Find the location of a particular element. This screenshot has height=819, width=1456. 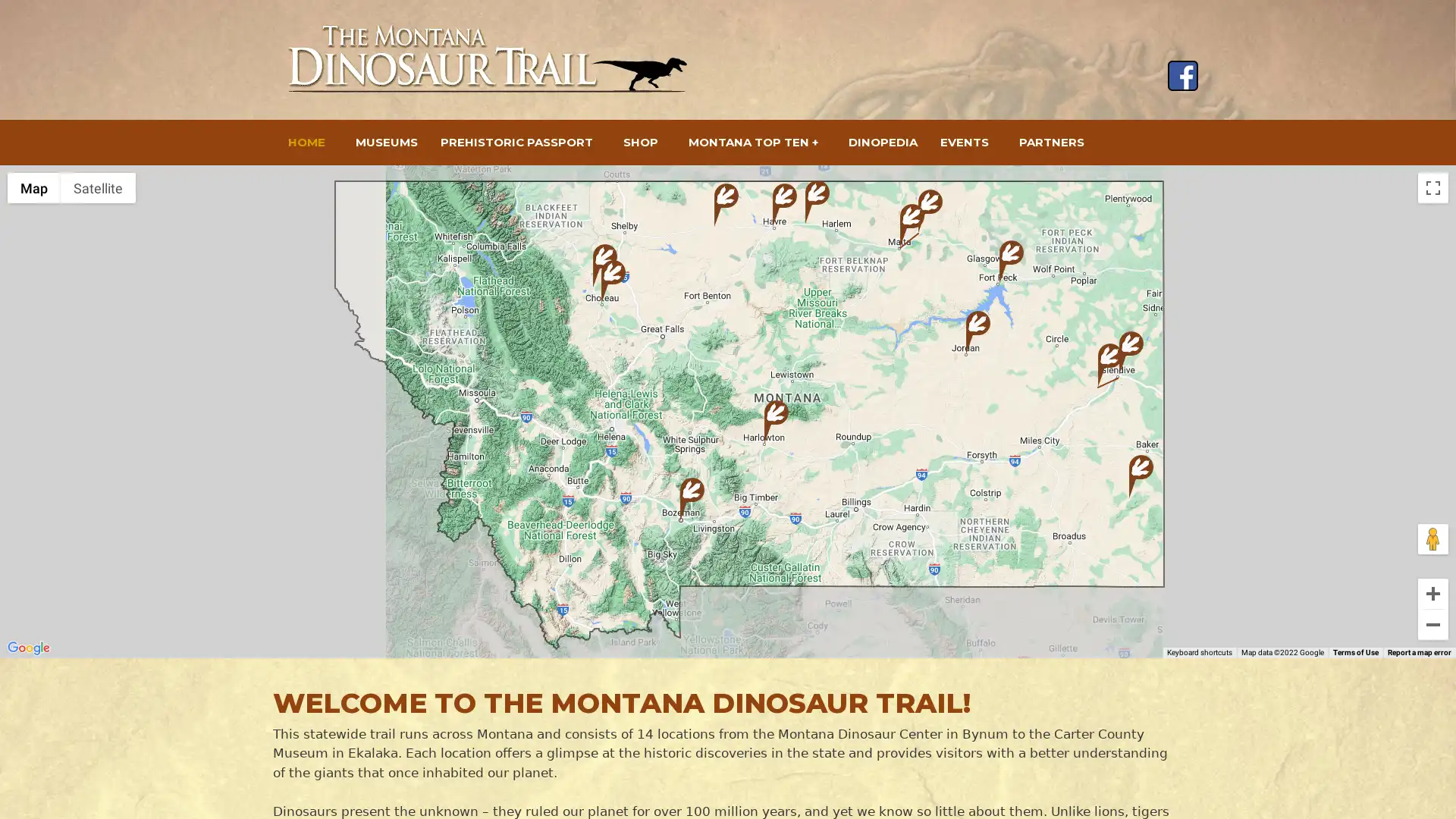

Upper Musselshell Museum is located at coordinates (776, 422).